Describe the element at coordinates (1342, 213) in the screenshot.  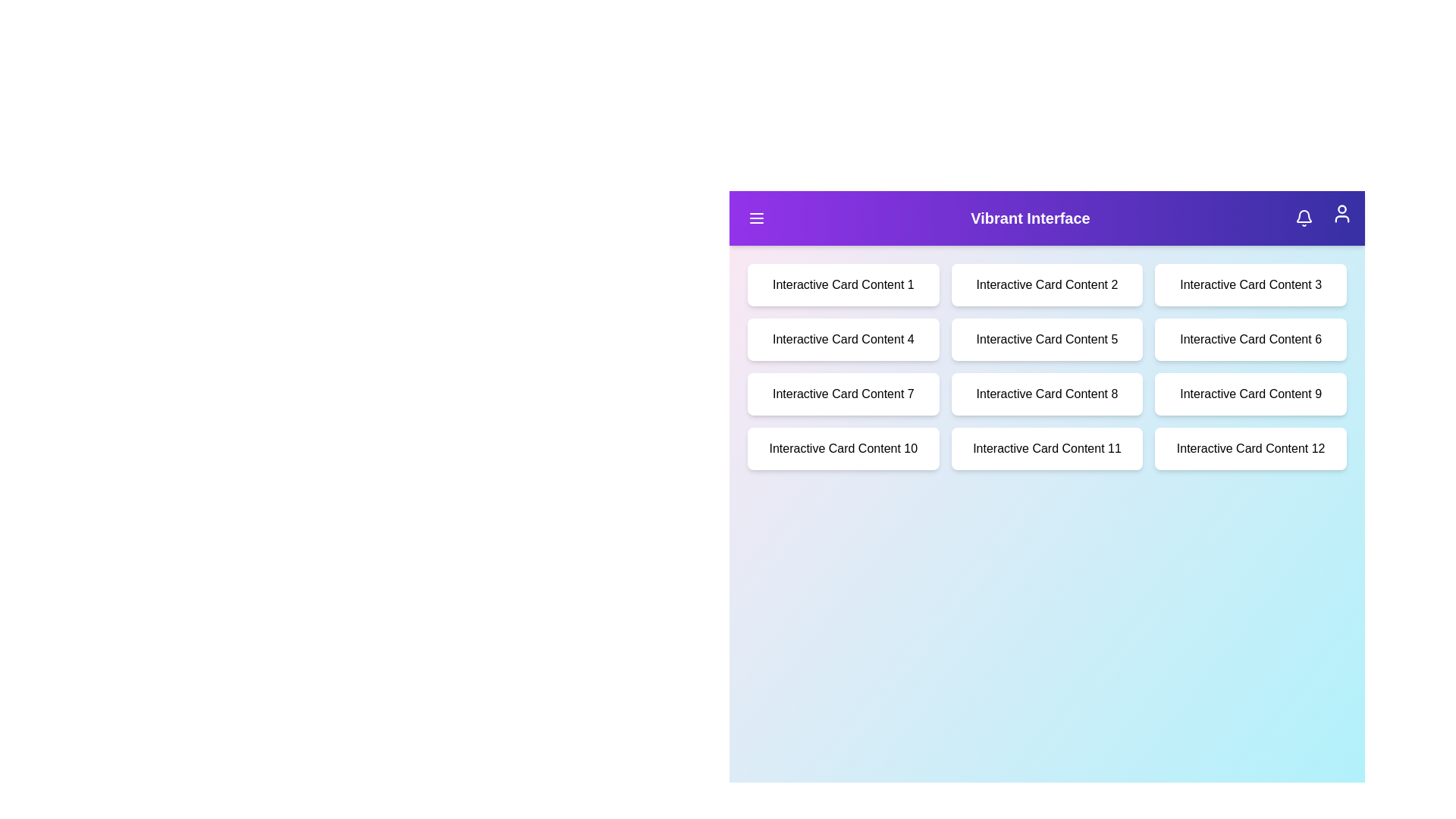
I see `the user profile icon in the top-right corner` at that location.